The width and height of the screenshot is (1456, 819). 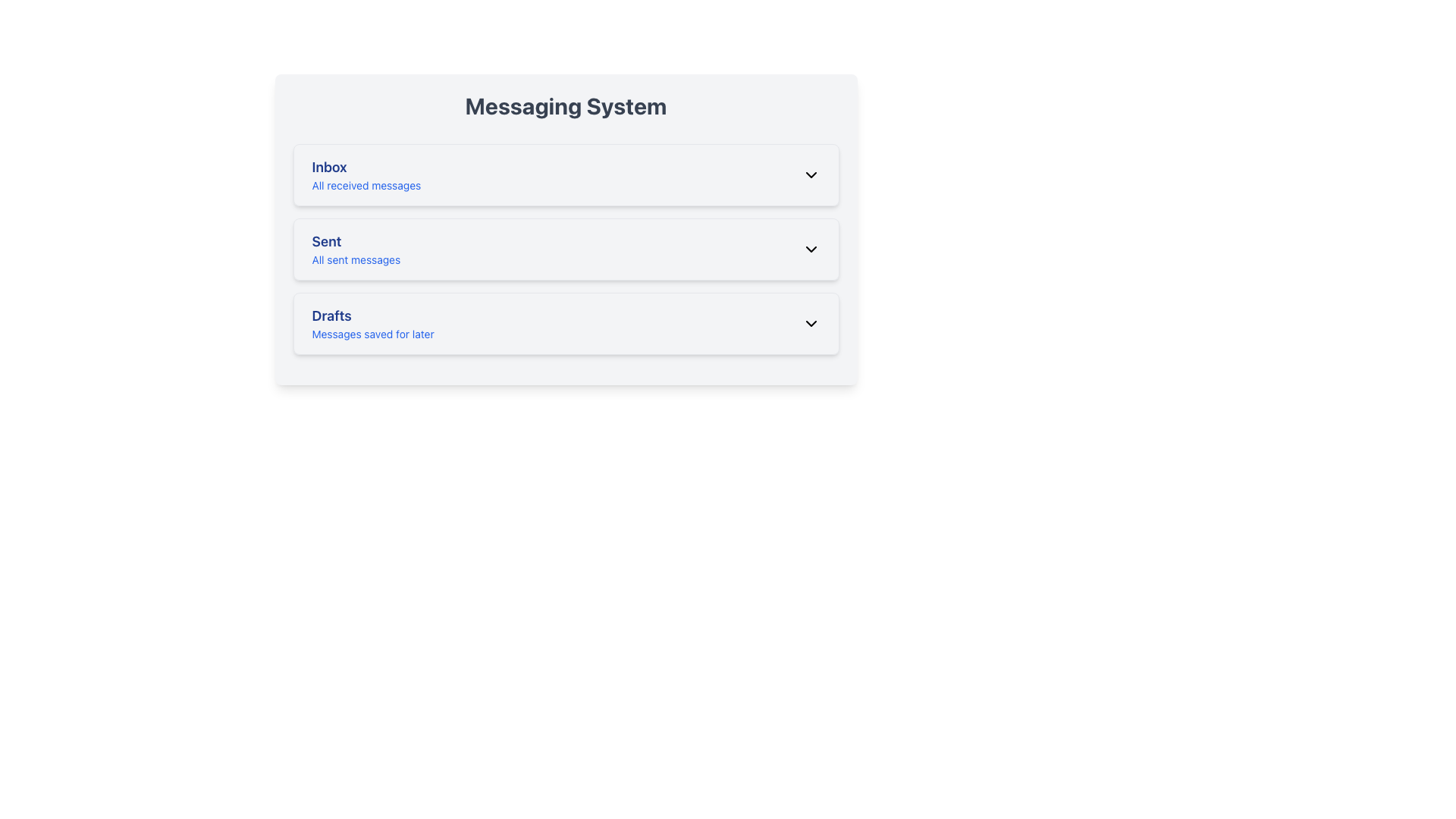 I want to click on the button located below the 'Inbox' section and above the 'Drafts' section, so click(x=565, y=248).